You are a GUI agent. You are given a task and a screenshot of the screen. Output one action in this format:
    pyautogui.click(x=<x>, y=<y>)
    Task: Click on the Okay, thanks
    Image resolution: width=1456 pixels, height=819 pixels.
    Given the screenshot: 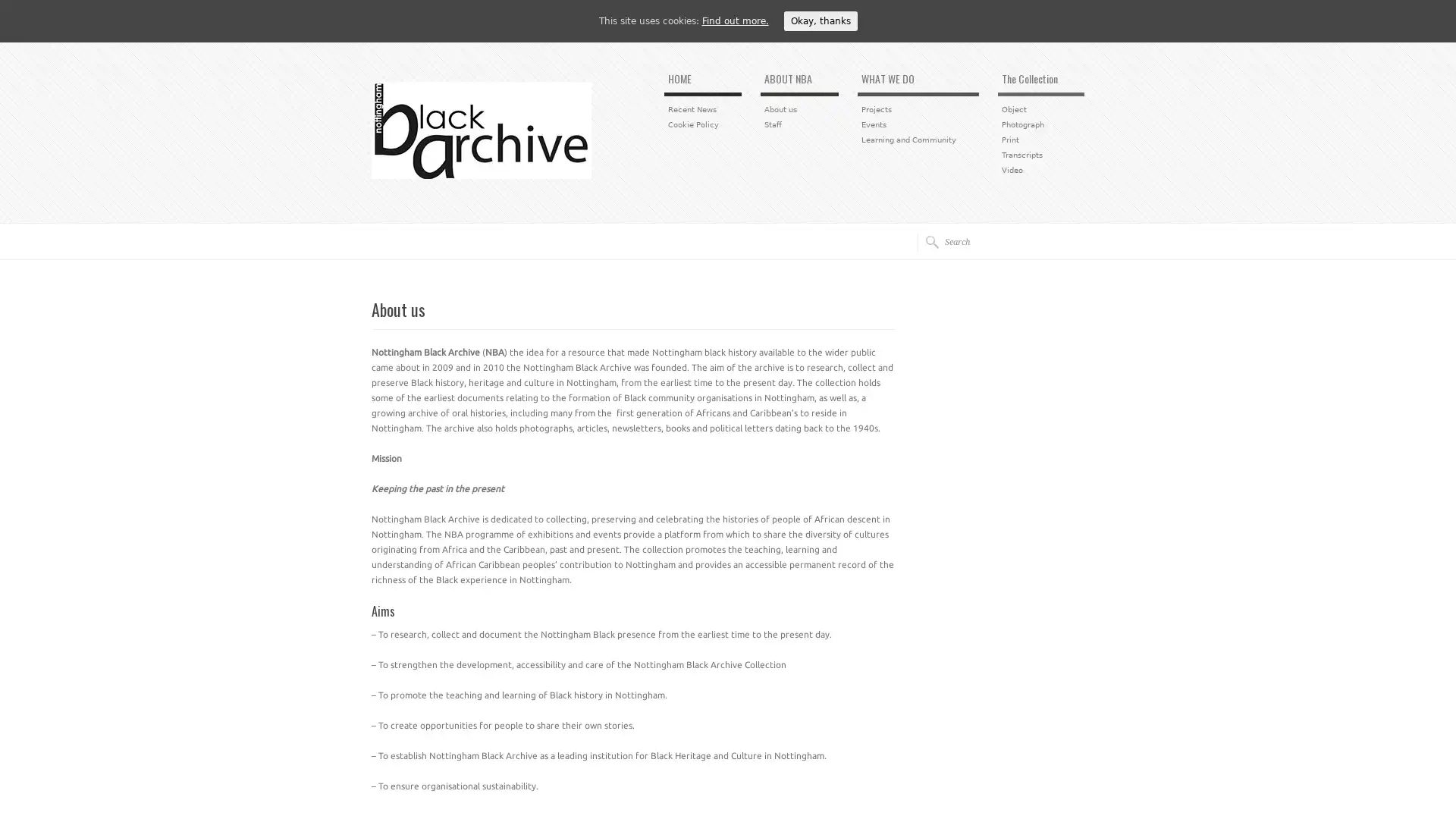 What is the action you would take?
    pyautogui.click(x=819, y=20)
    